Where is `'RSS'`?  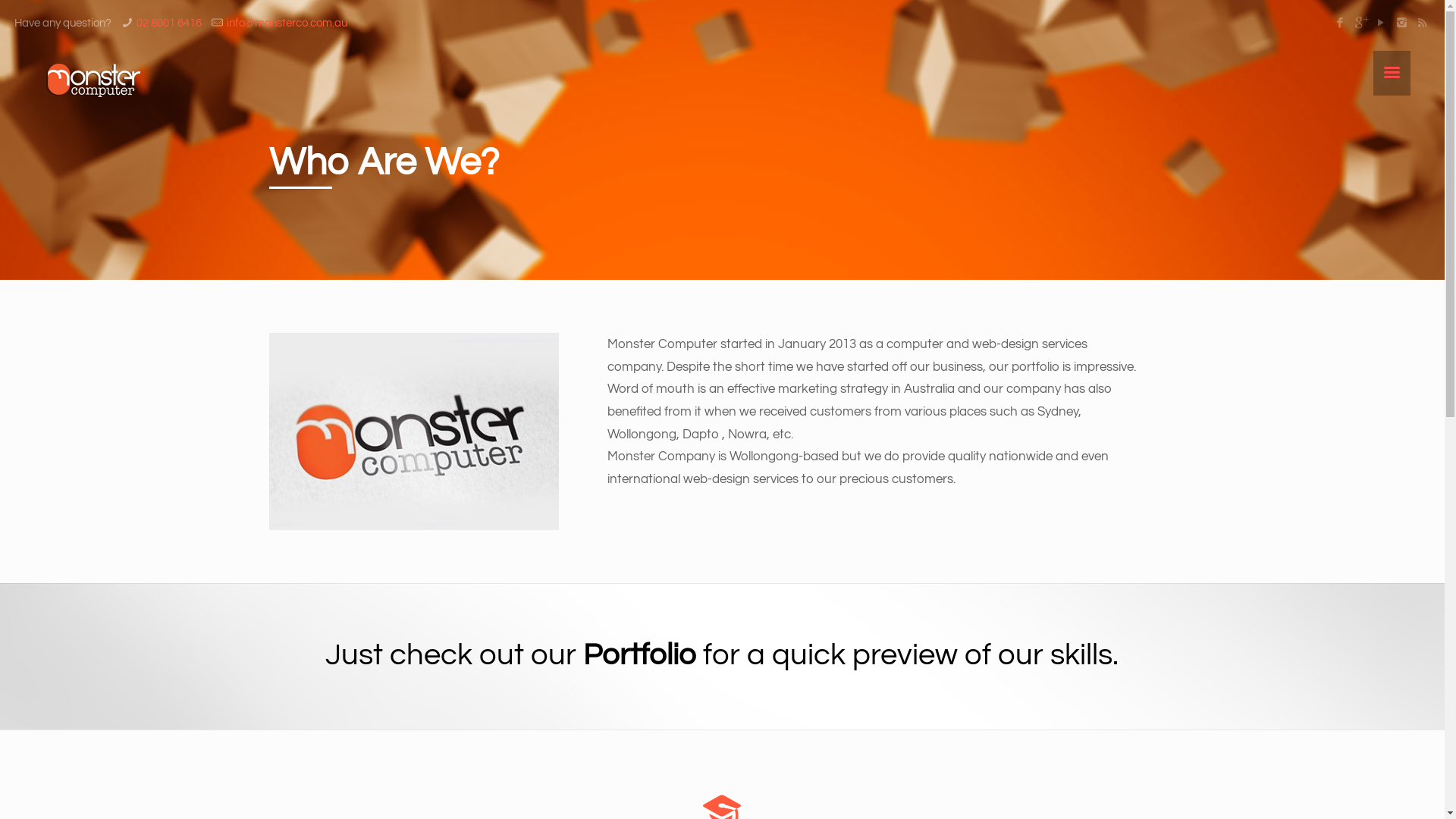 'RSS' is located at coordinates (1414, 23).